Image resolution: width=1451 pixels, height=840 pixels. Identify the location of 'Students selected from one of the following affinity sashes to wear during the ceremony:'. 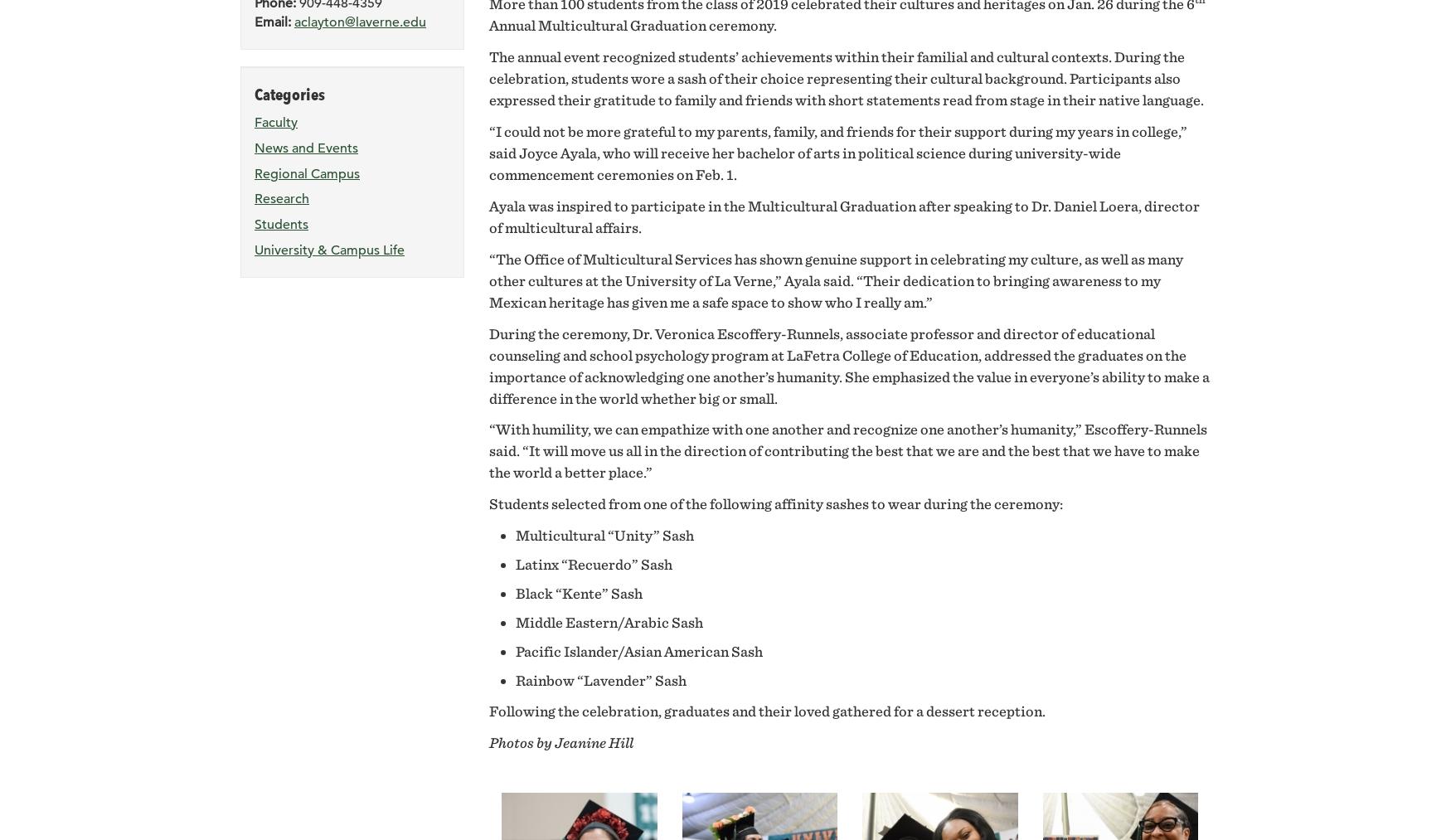
(775, 503).